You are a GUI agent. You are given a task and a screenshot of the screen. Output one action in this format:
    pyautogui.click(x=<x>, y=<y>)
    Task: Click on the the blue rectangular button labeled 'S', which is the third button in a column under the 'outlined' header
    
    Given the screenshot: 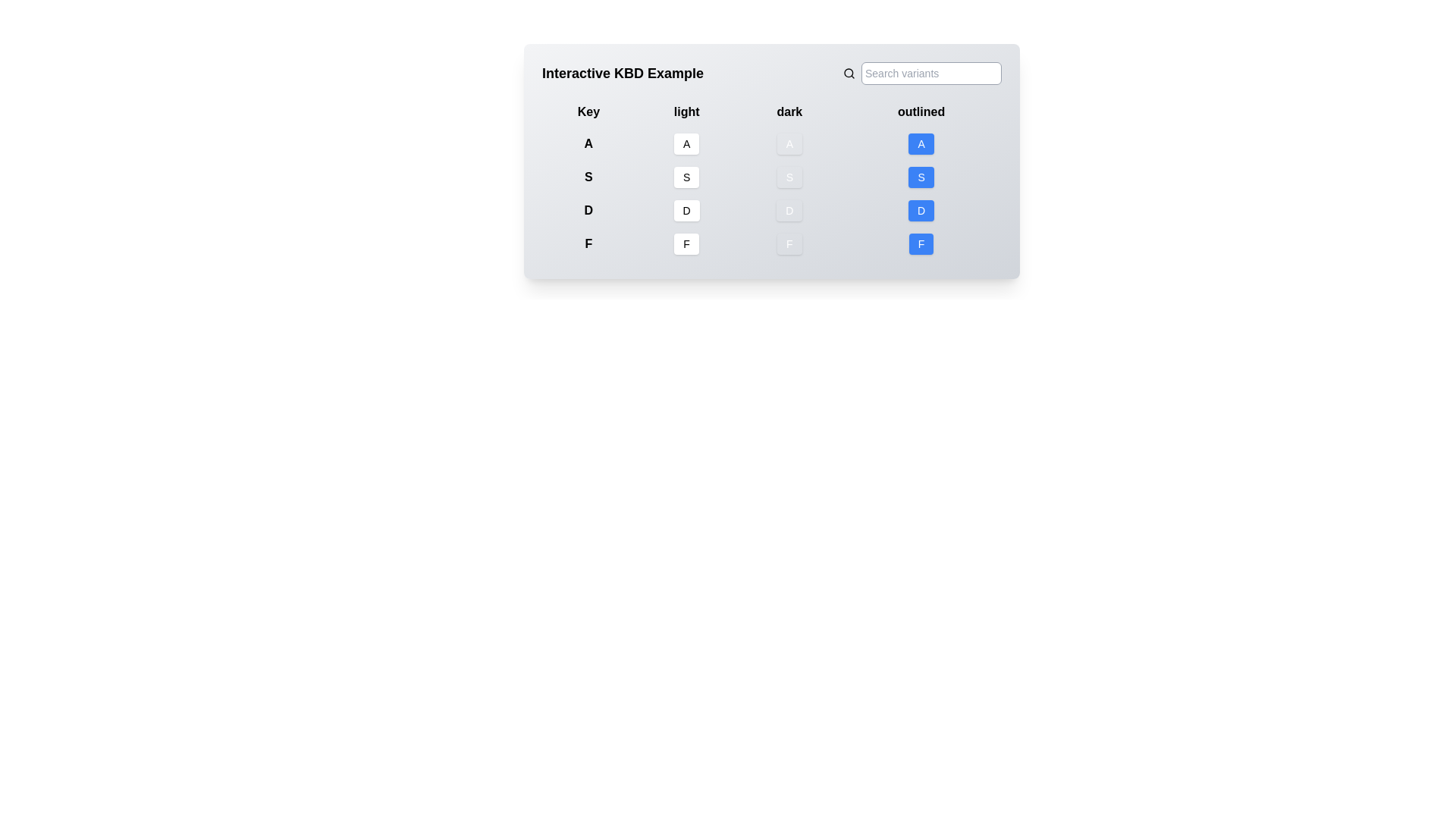 What is the action you would take?
    pyautogui.click(x=921, y=177)
    